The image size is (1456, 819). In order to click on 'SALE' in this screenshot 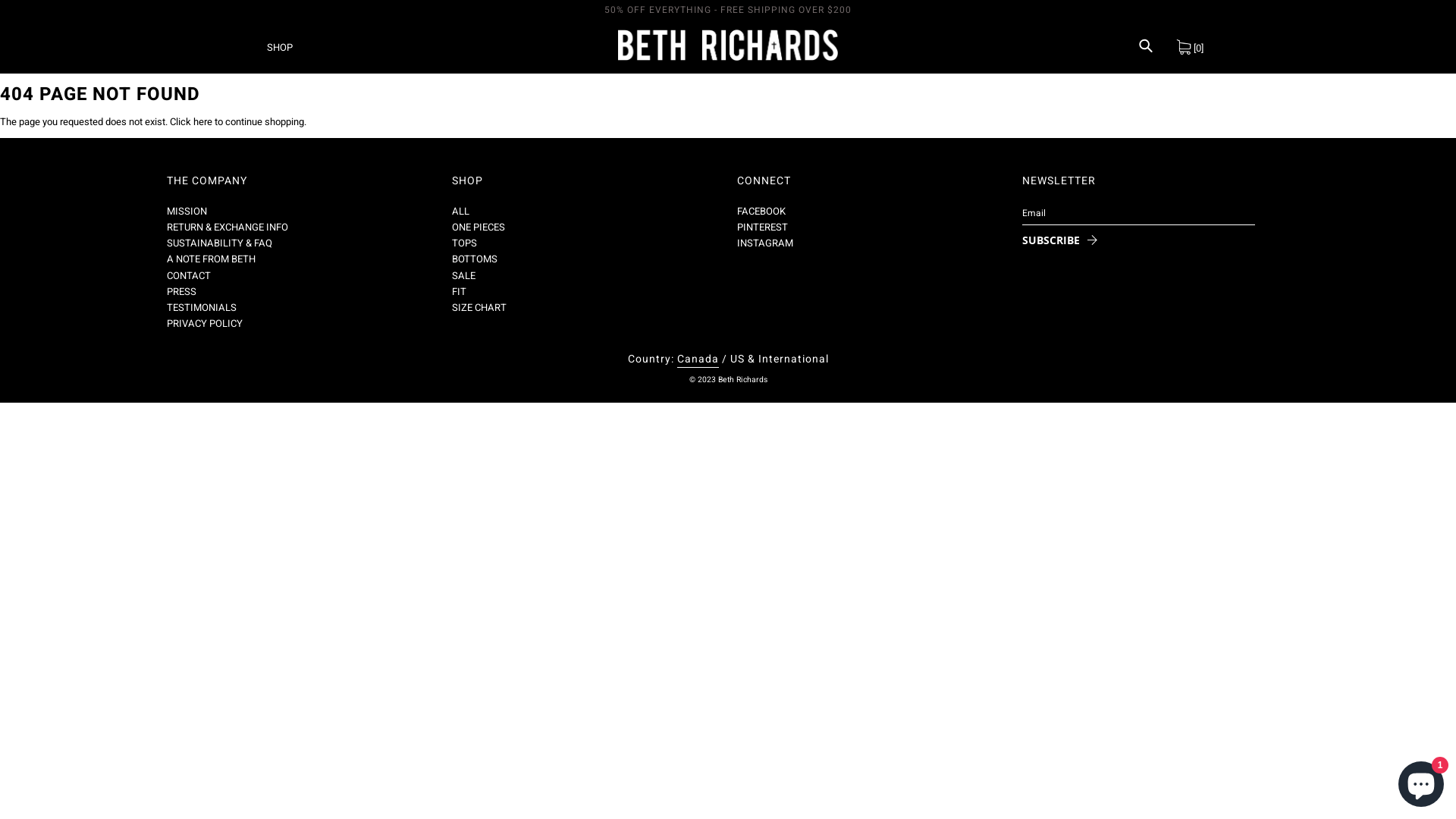, I will do `click(450, 275)`.